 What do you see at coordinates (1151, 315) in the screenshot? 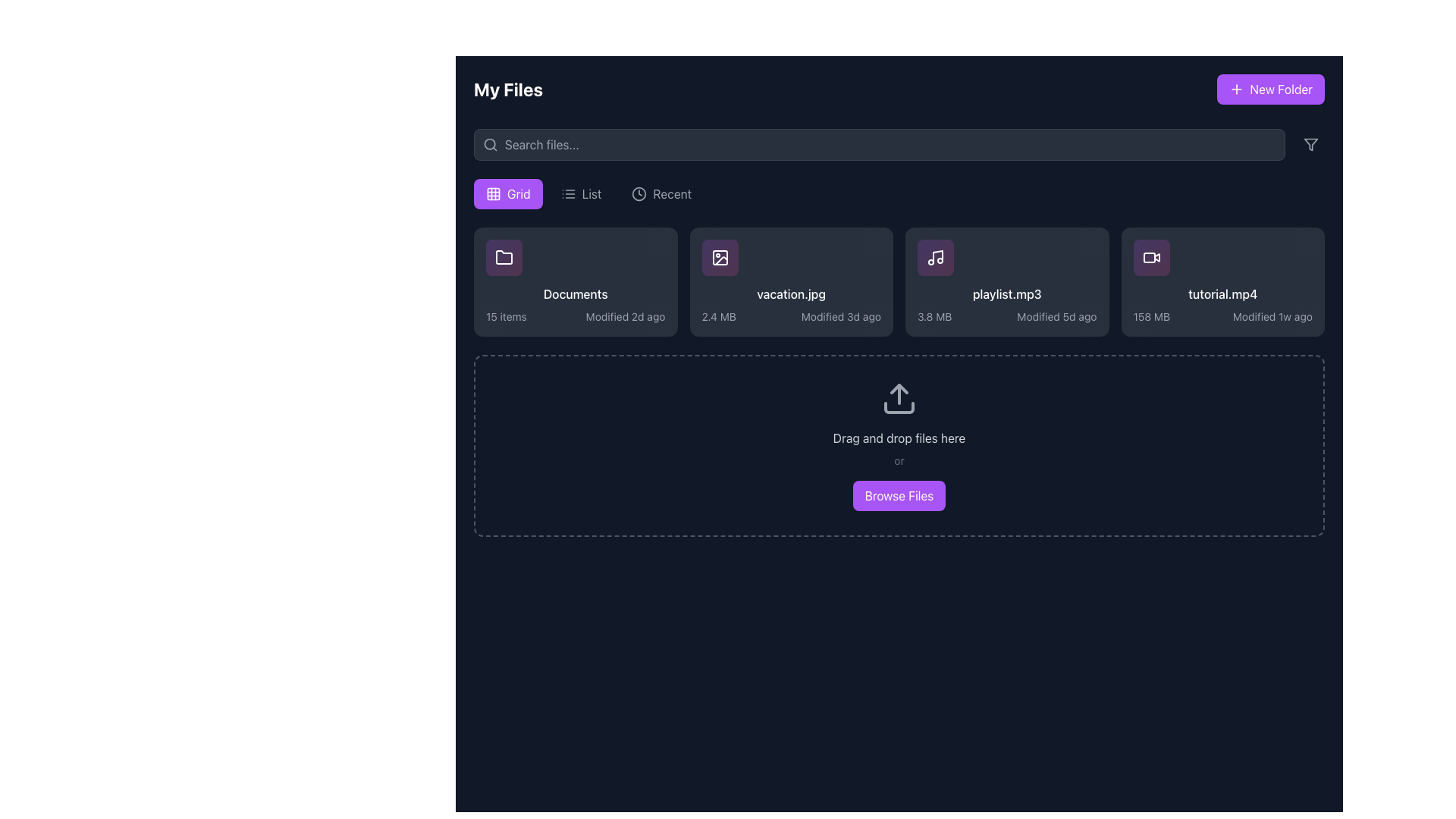
I see `the Text Label that provides information about the file size of 'tutorial.mp4', positioned below its thumbnail and aligned to the left of 'Modified 1w ago'` at bounding box center [1151, 315].